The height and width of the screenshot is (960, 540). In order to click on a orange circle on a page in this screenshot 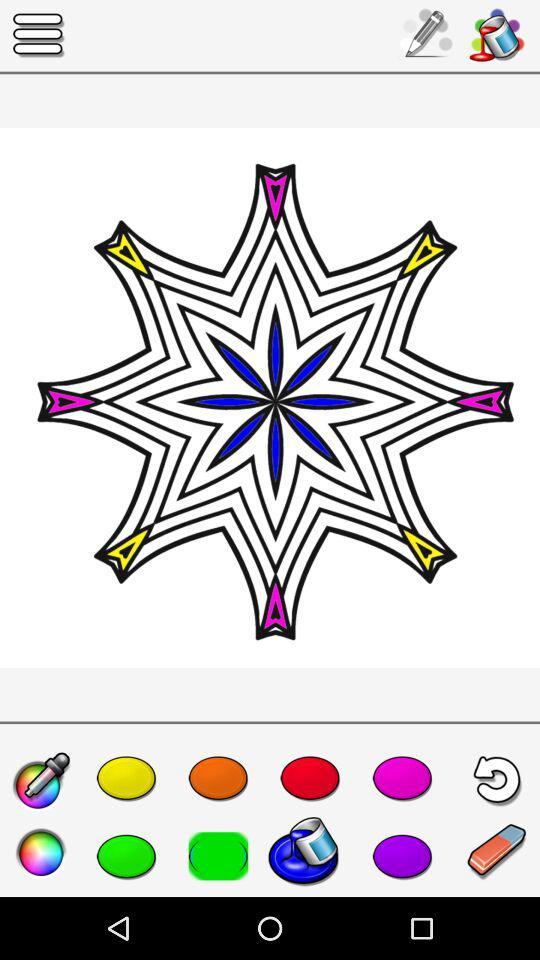, I will do `click(217, 776)`.